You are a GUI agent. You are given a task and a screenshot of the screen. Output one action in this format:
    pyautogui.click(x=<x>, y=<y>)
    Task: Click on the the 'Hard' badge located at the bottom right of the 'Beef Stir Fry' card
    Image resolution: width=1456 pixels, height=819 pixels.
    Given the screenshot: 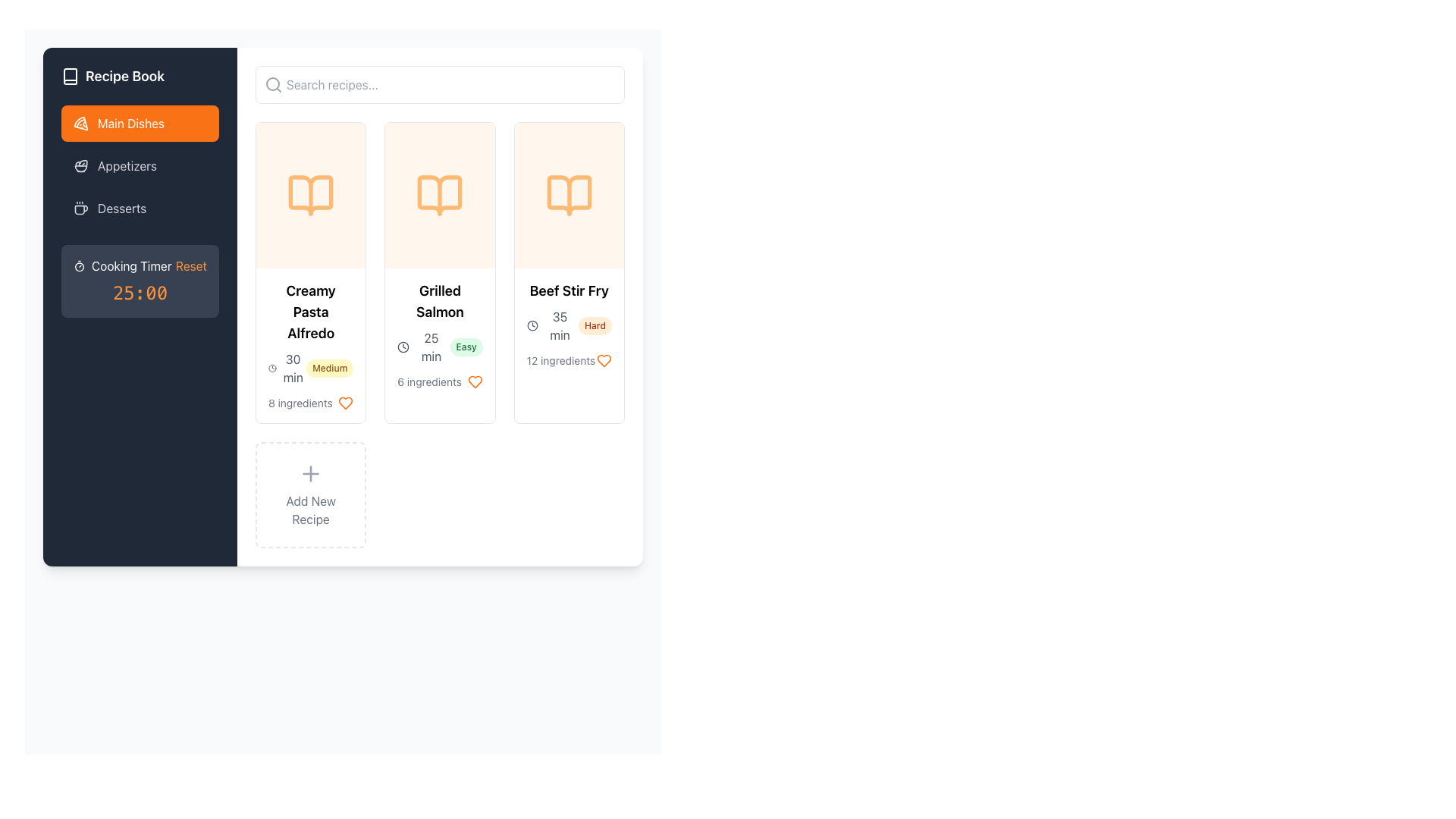 What is the action you would take?
    pyautogui.click(x=594, y=325)
    